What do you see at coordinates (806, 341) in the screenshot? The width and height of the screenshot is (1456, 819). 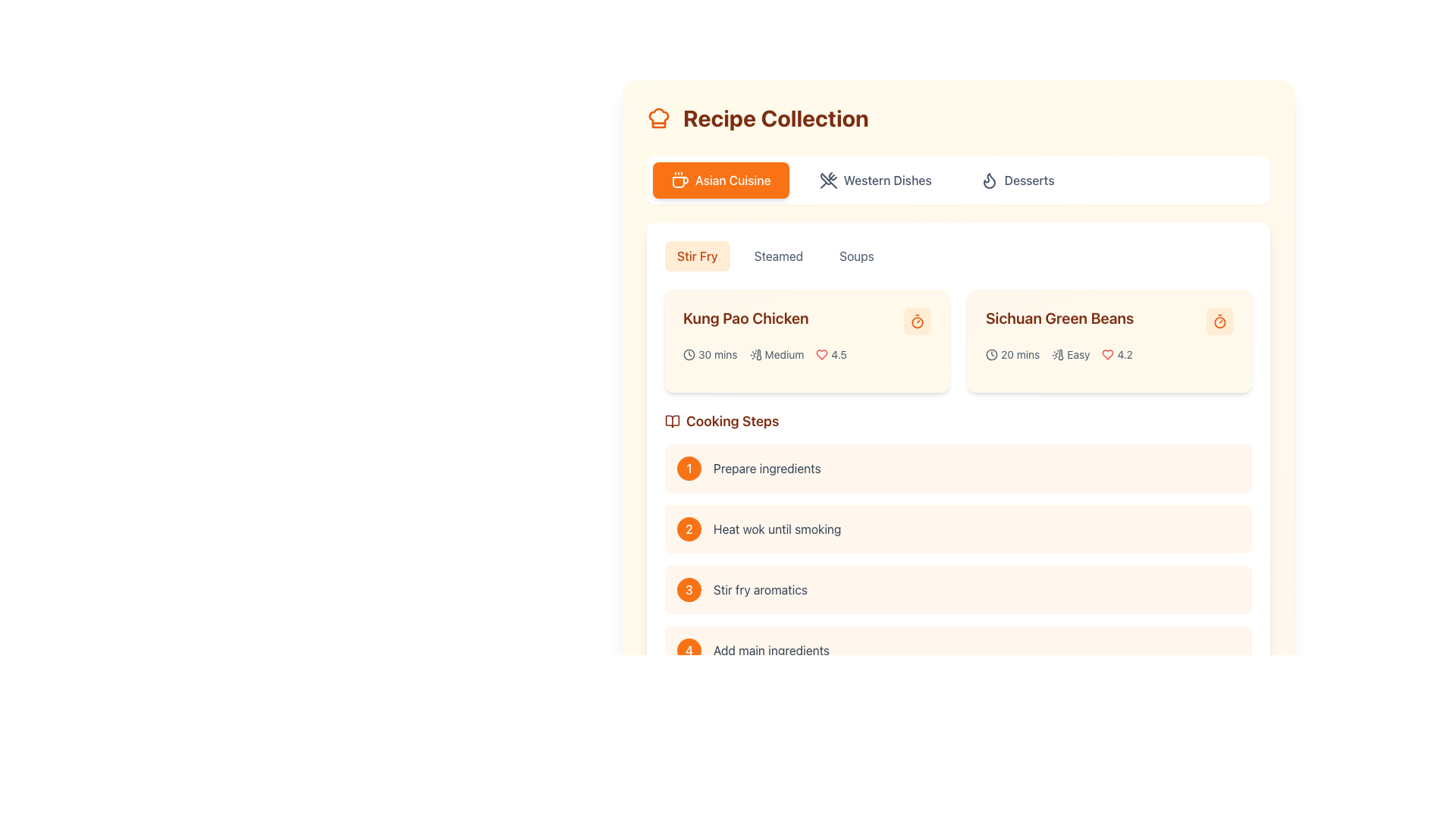 I see `the Kung Pao Chicken recipe card located at the top-left section of the two-column grid for more details` at bounding box center [806, 341].